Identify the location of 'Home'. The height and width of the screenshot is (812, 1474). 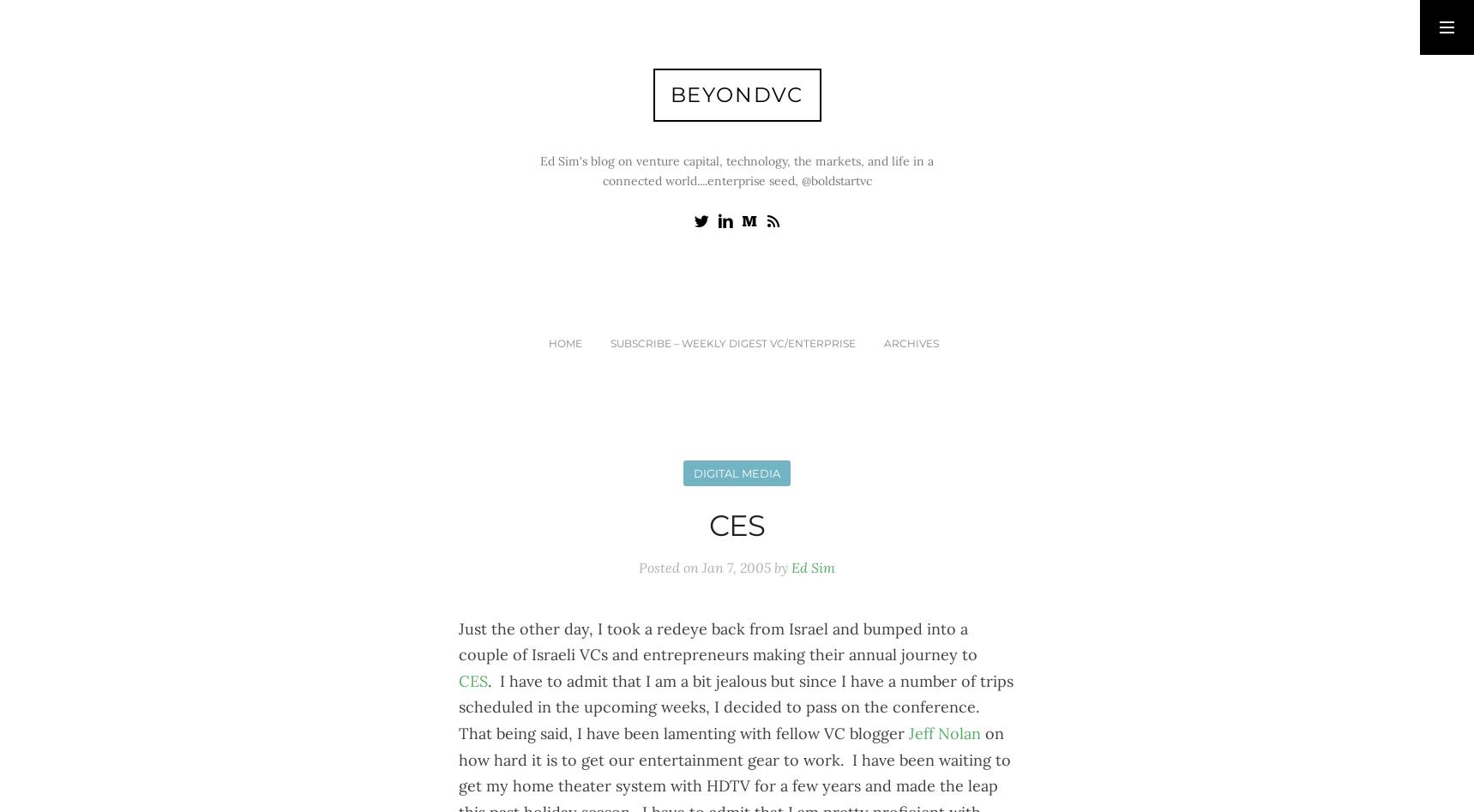
(563, 343).